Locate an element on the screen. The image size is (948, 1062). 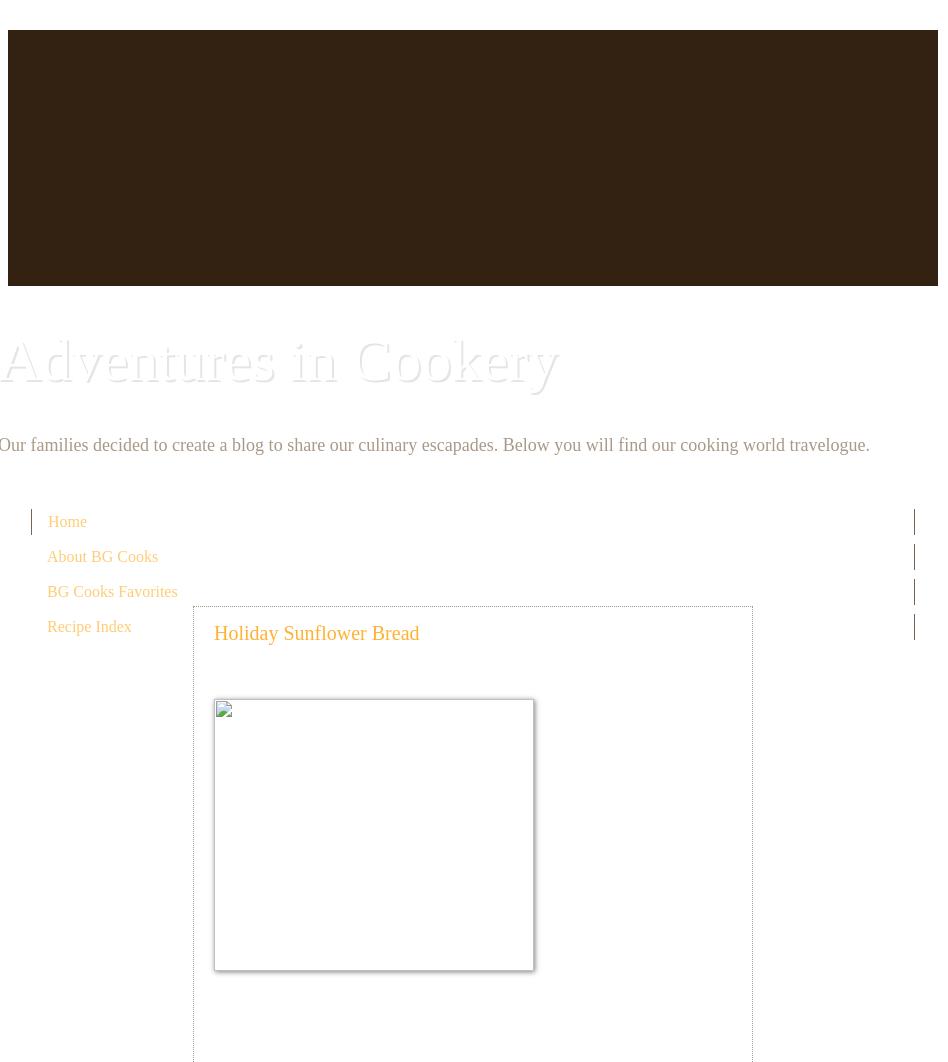
'Recipe Index' is located at coordinates (89, 625).